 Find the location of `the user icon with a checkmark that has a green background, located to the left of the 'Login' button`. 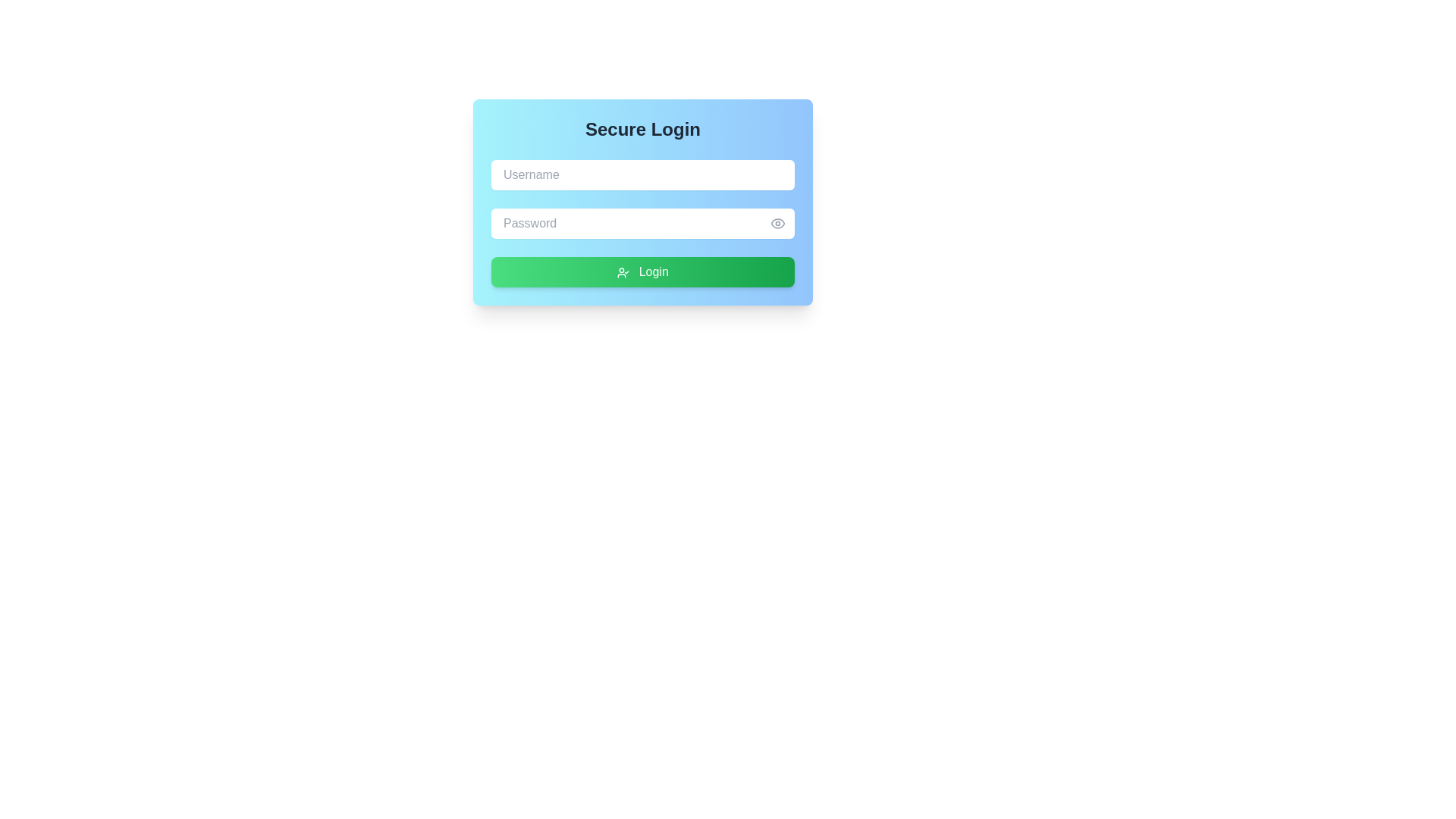

the user icon with a checkmark that has a green background, located to the left of the 'Login' button is located at coordinates (623, 271).